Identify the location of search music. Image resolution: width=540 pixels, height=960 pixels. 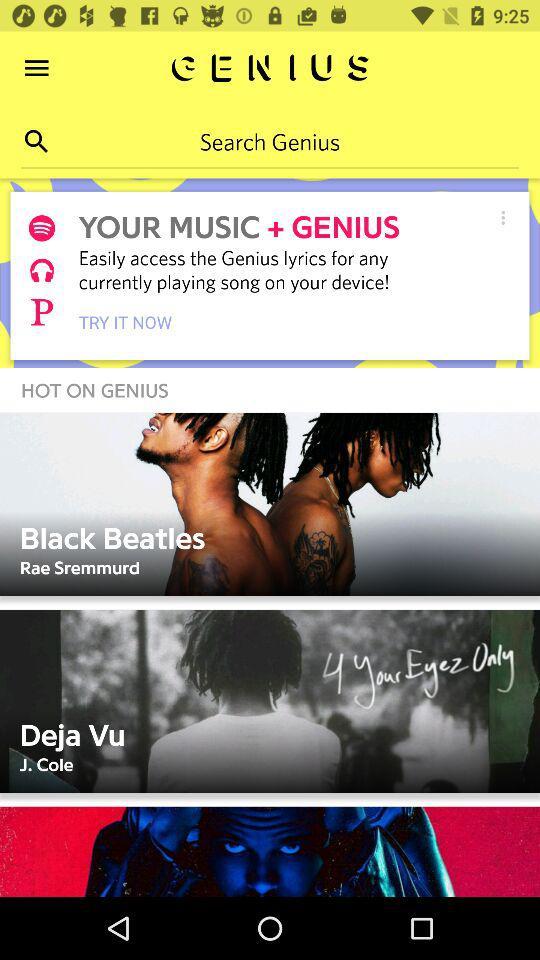
(36, 140).